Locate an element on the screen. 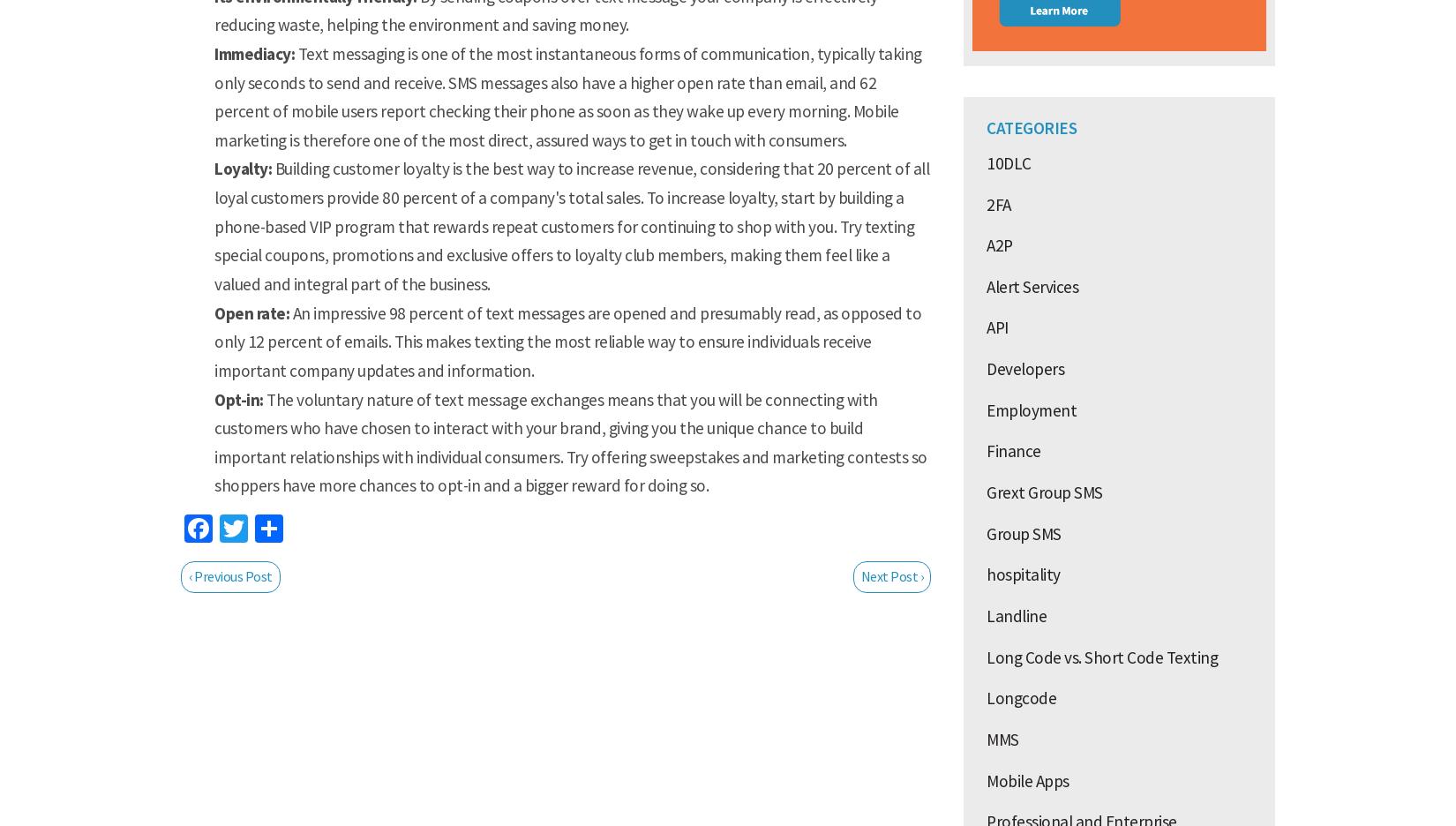  'Share' is located at coordinates (317, 529).